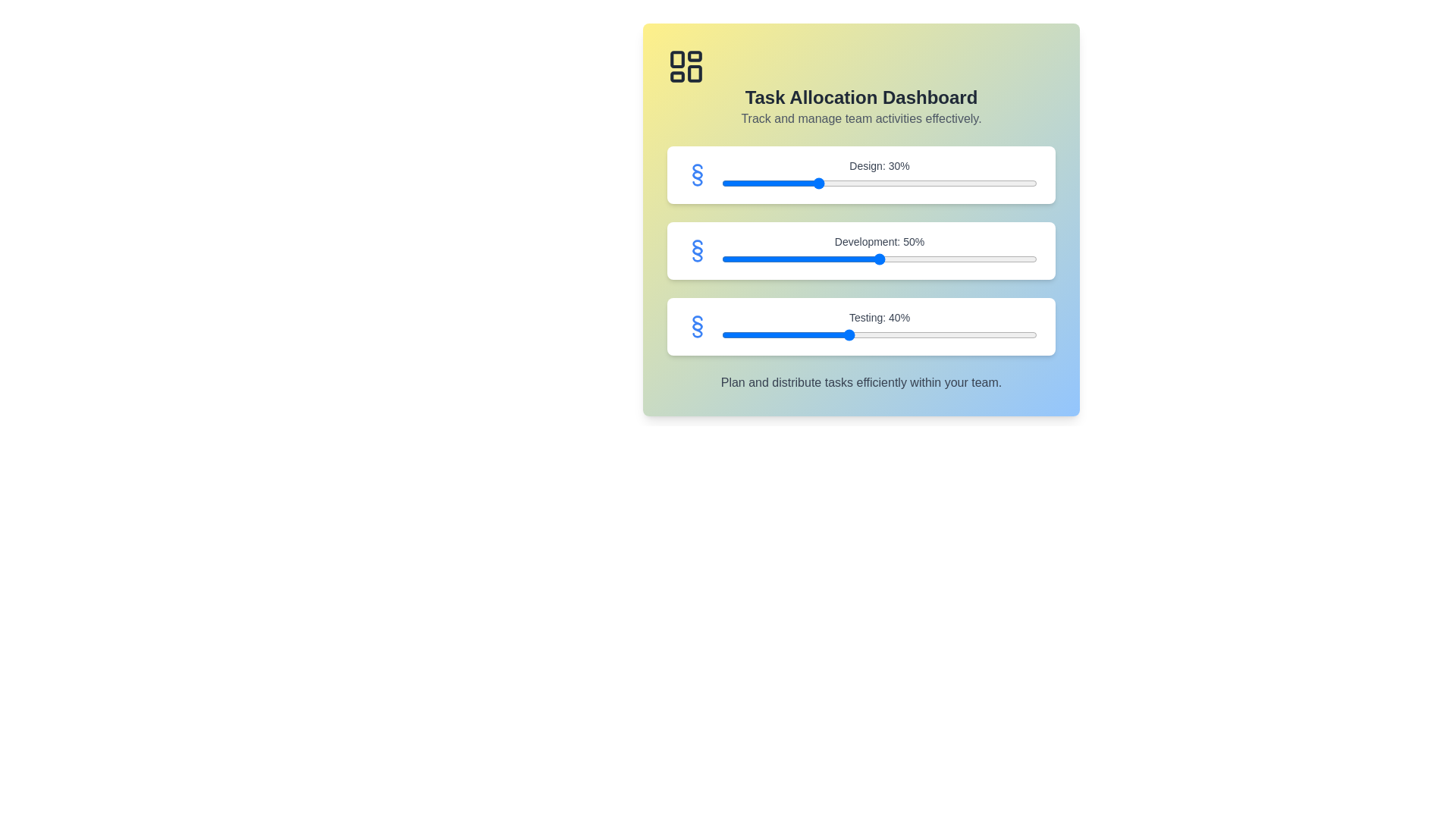 This screenshot has height=819, width=1456. What do you see at coordinates (1003, 334) in the screenshot?
I see `the 'Testing' slider to 89%` at bounding box center [1003, 334].